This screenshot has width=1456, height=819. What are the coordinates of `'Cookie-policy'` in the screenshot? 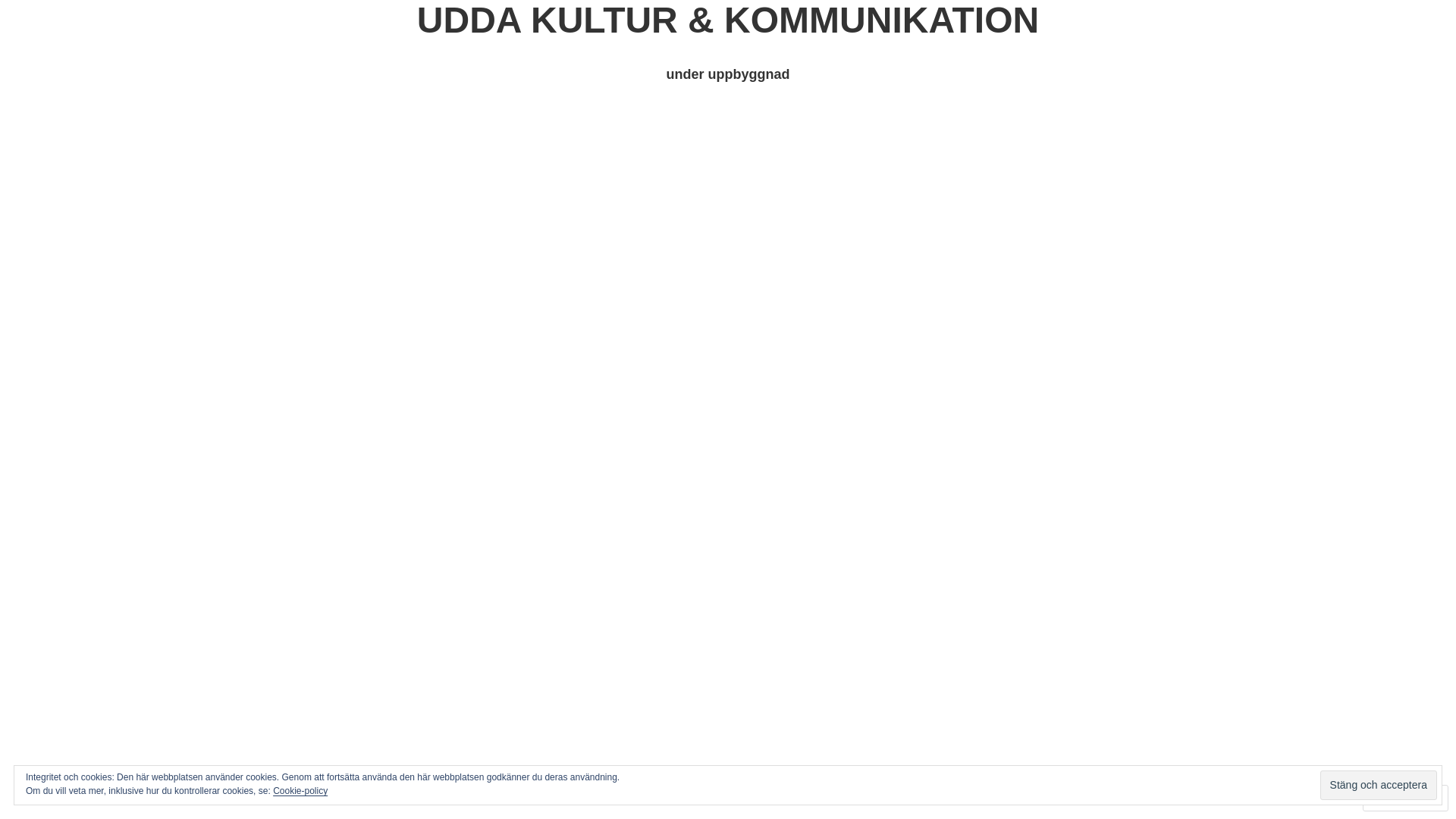 It's located at (300, 789).